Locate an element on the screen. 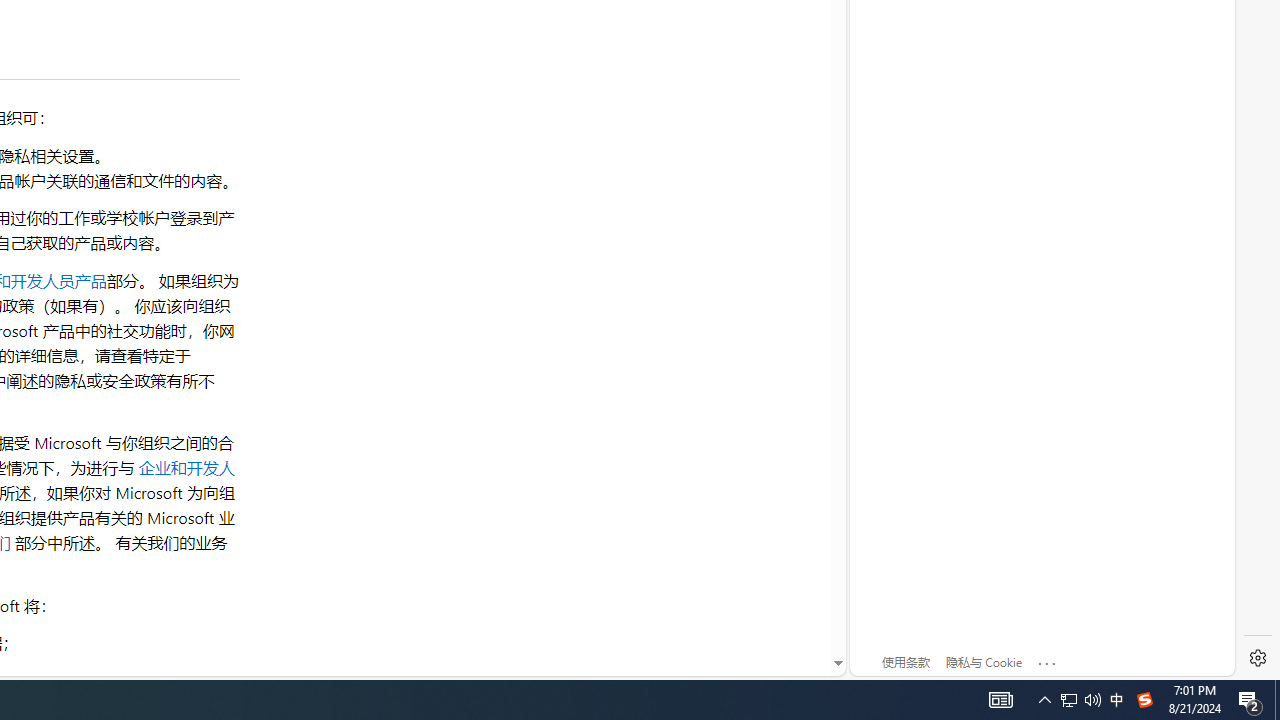 The height and width of the screenshot is (720, 1280). 'Action Center, 2 new notifications' is located at coordinates (1250, 698).